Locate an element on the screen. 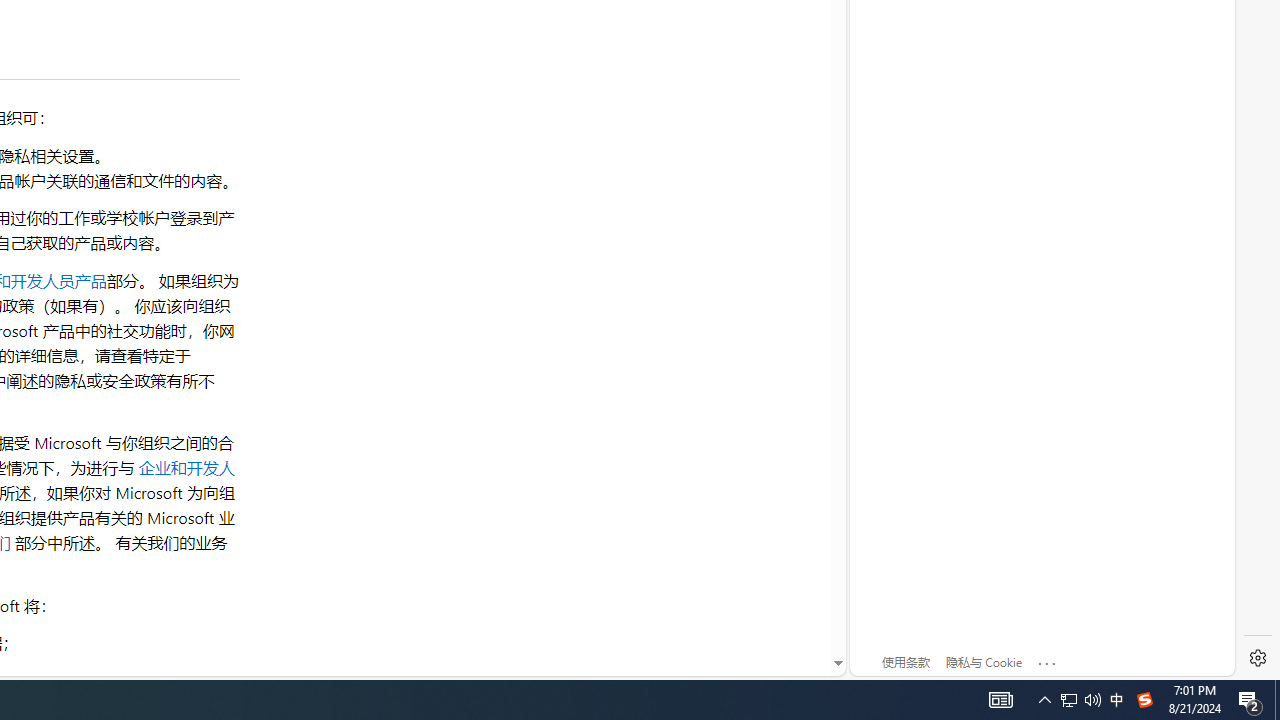 The height and width of the screenshot is (720, 1280). 'Action Center, 2 new notifications' is located at coordinates (1250, 698).